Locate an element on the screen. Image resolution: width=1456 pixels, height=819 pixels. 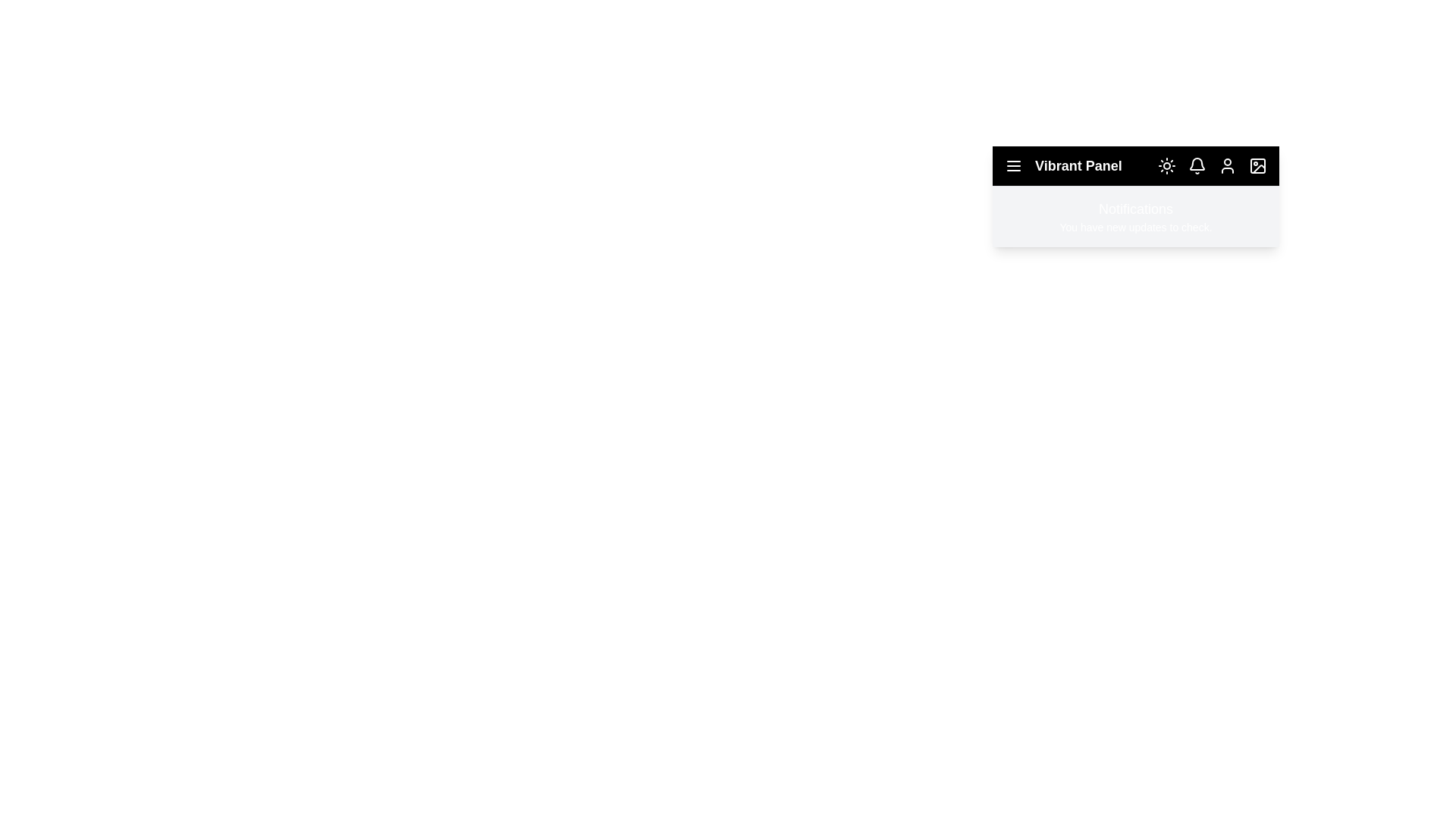
the menu icon to interact with the menu is located at coordinates (1014, 166).